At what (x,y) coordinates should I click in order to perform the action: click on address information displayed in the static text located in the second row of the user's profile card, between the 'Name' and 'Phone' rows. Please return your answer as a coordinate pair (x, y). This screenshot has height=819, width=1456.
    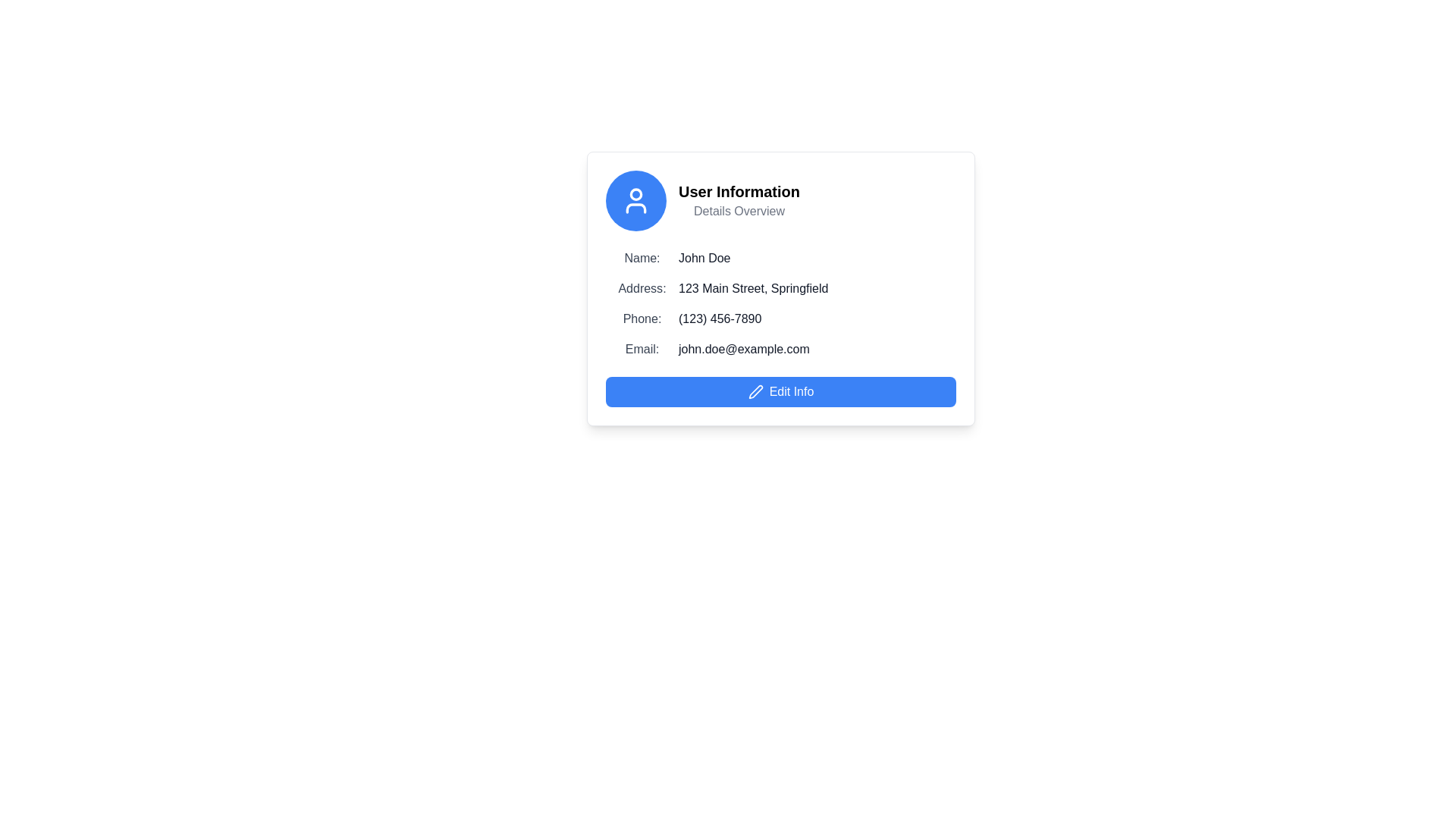
    Looking at the image, I should click on (781, 289).